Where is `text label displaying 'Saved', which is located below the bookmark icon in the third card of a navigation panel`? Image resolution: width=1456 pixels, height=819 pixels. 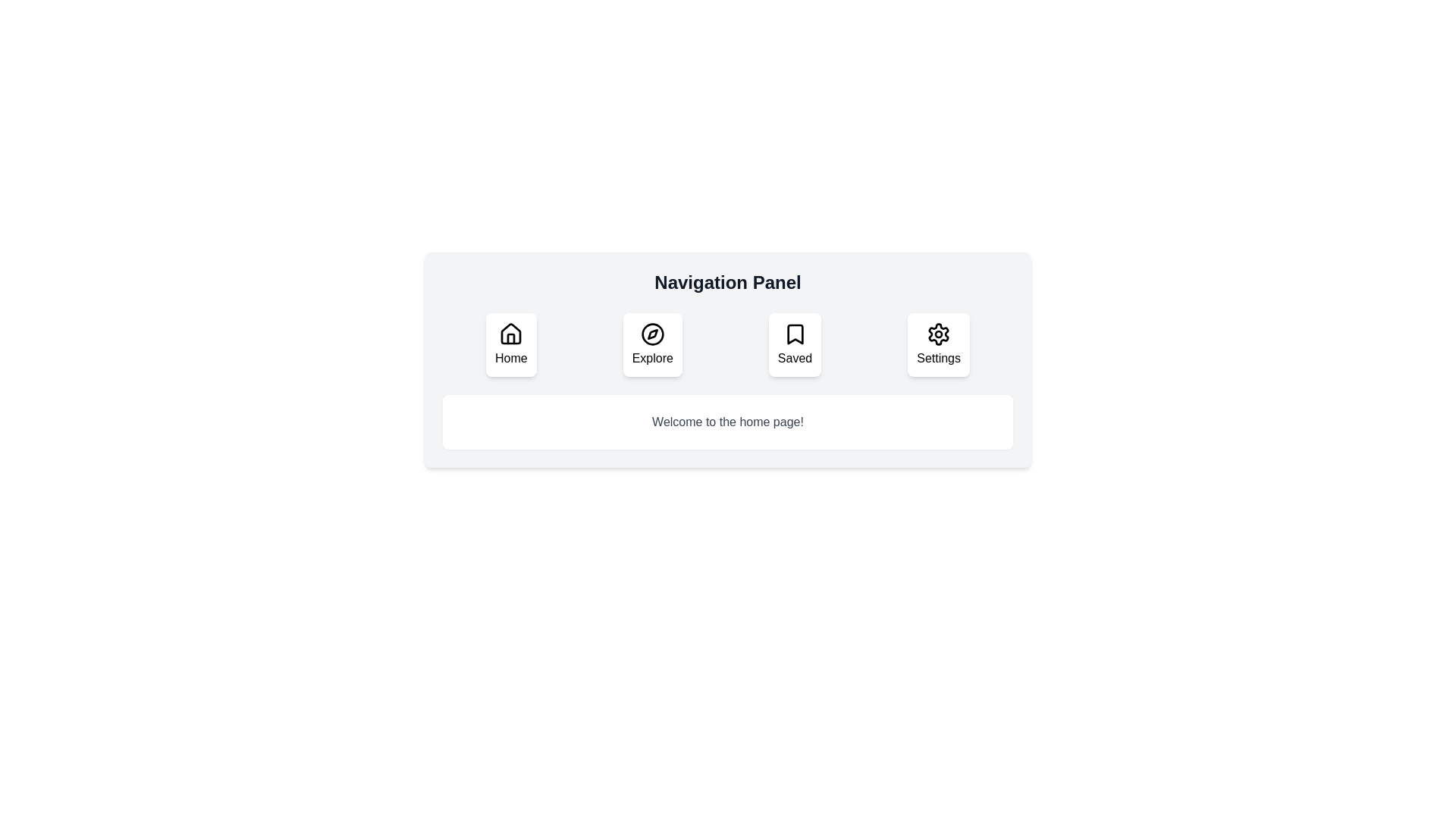 text label displaying 'Saved', which is located below the bookmark icon in the third card of a navigation panel is located at coordinates (794, 359).